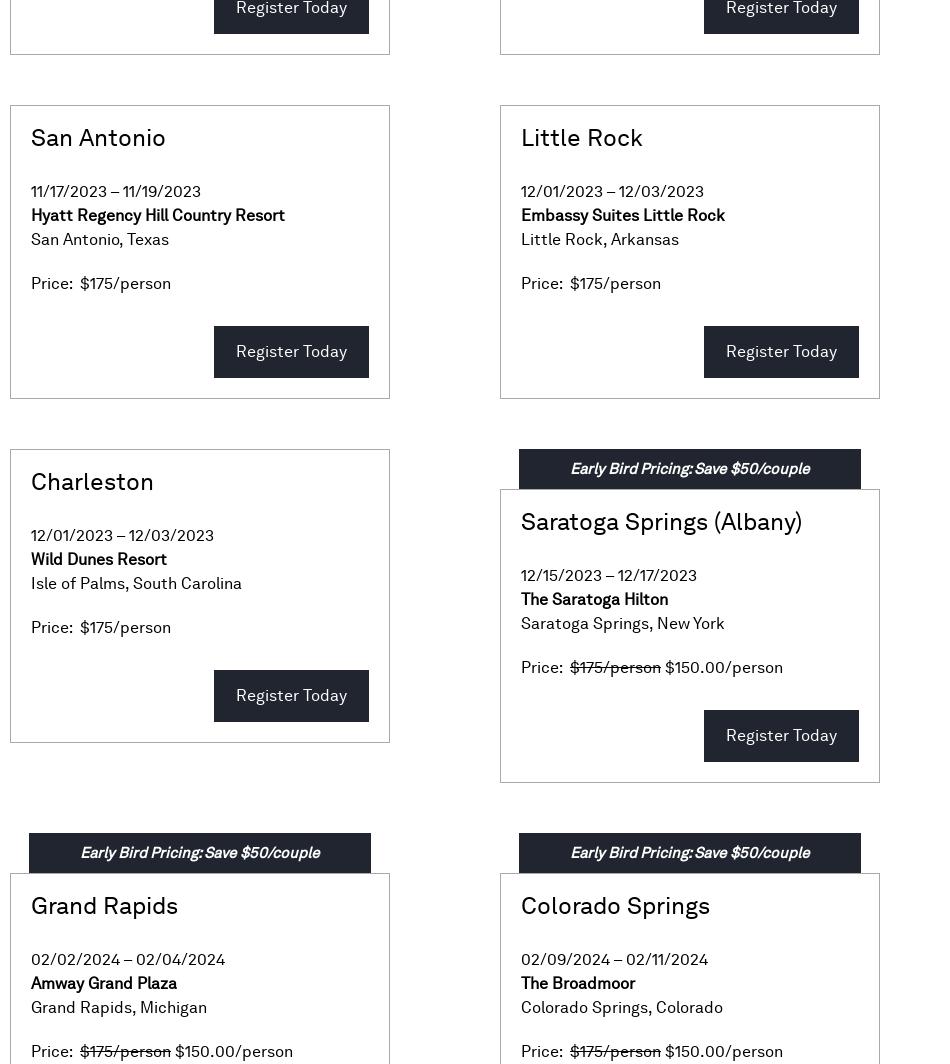  What do you see at coordinates (594, 599) in the screenshot?
I see `'The Saratoga Hilton'` at bounding box center [594, 599].